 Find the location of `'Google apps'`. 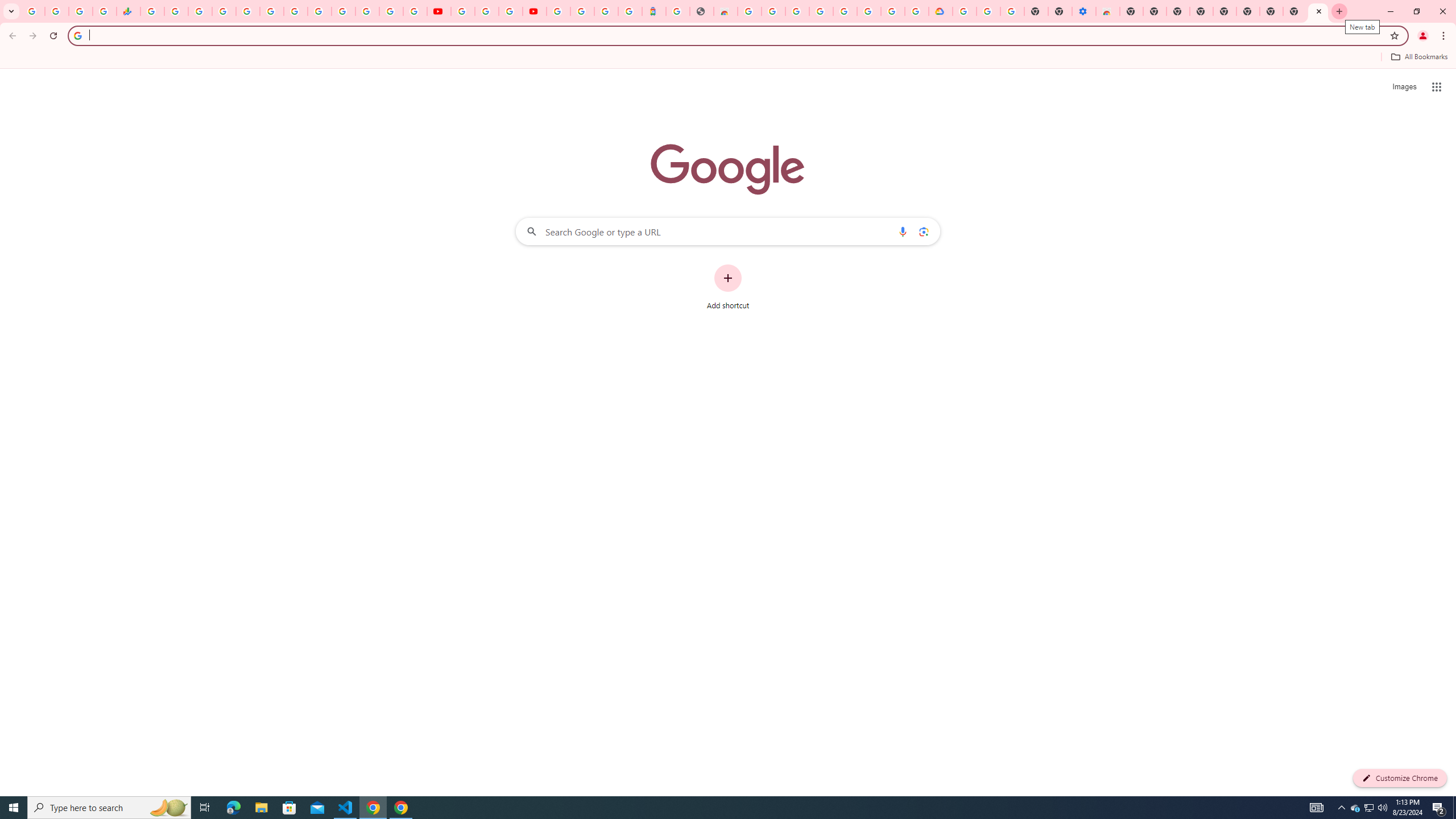

'Google apps' is located at coordinates (1437, 86).